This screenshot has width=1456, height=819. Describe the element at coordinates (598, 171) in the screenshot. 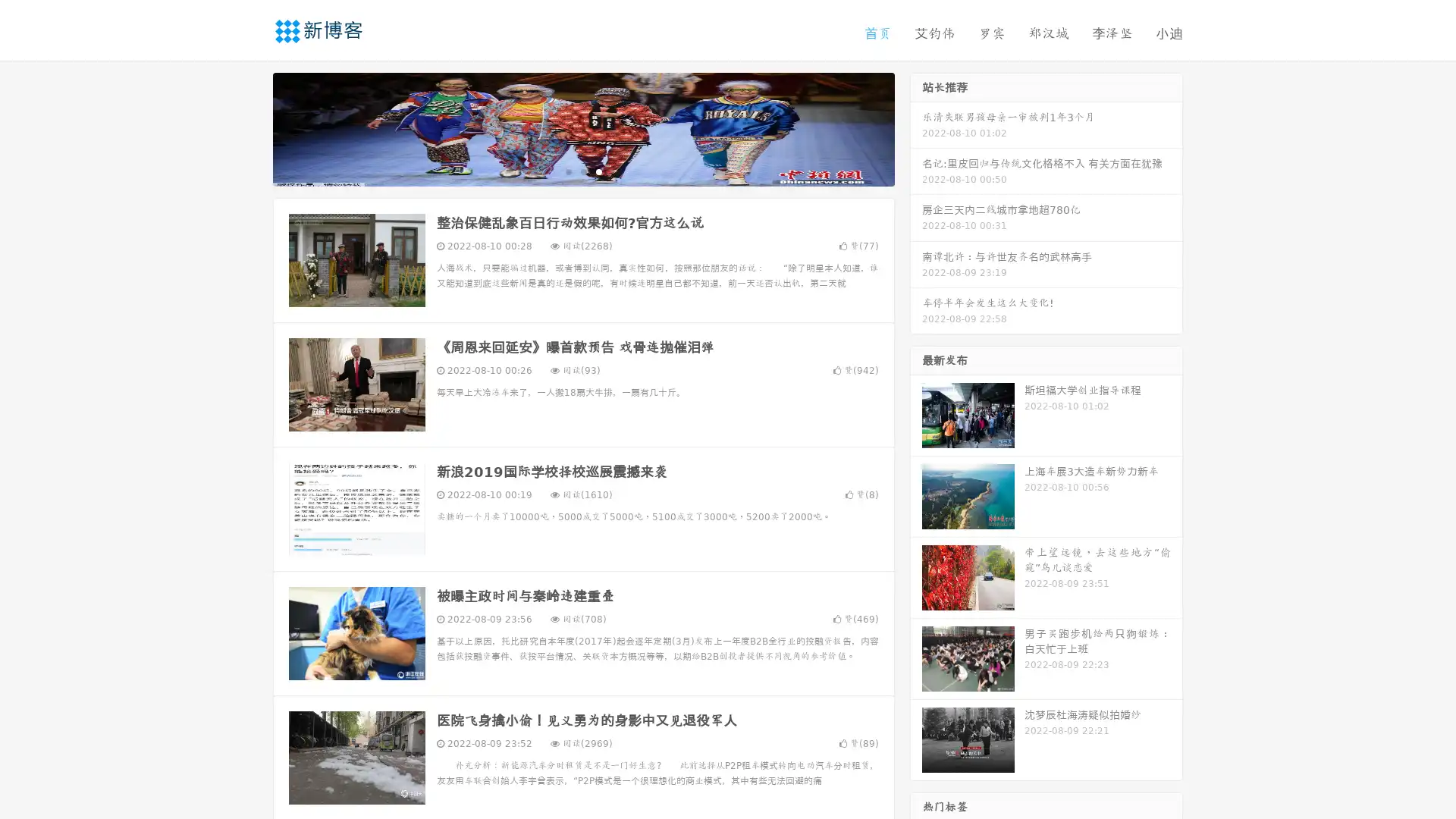

I see `Go to slide 3` at that location.